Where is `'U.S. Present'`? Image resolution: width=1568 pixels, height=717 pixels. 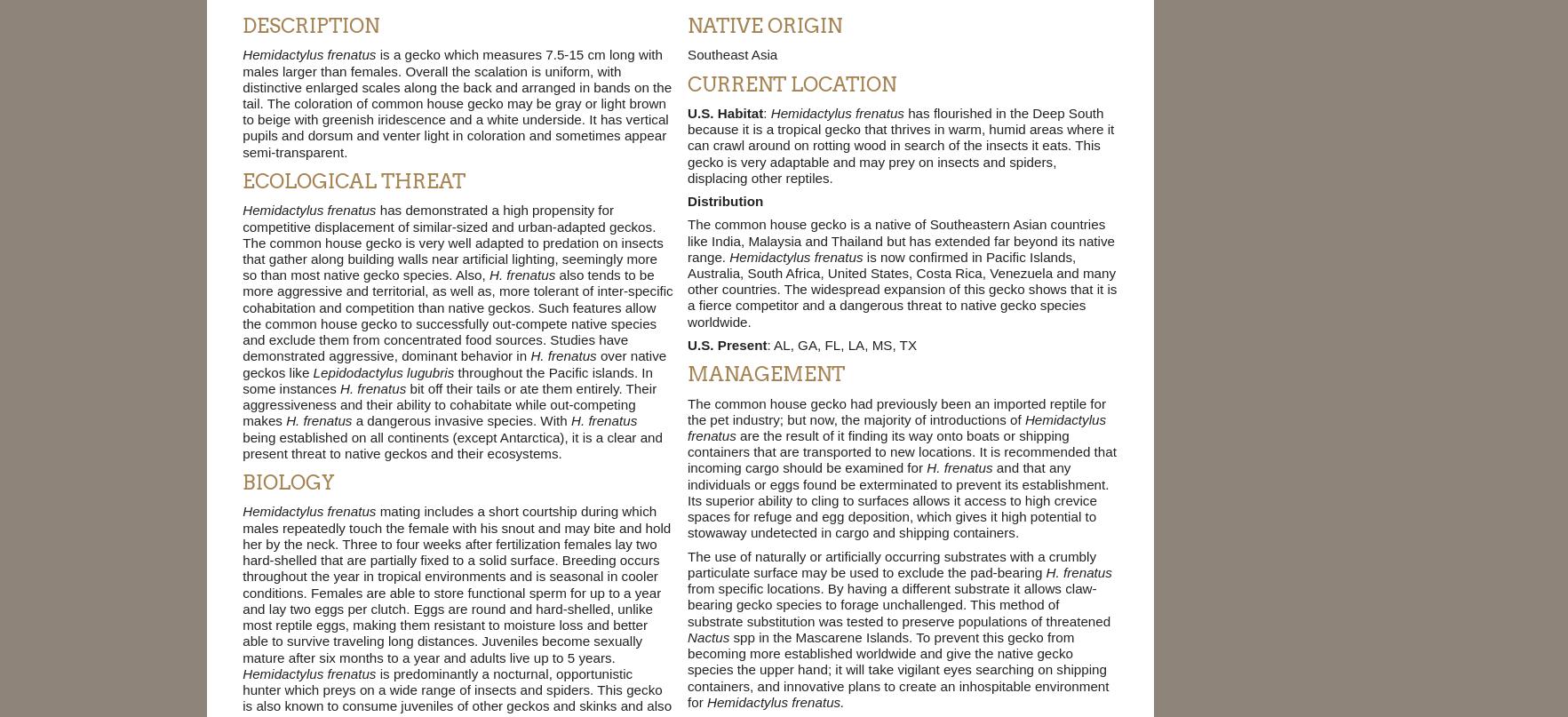
'U.S. Present' is located at coordinates (726, 344).